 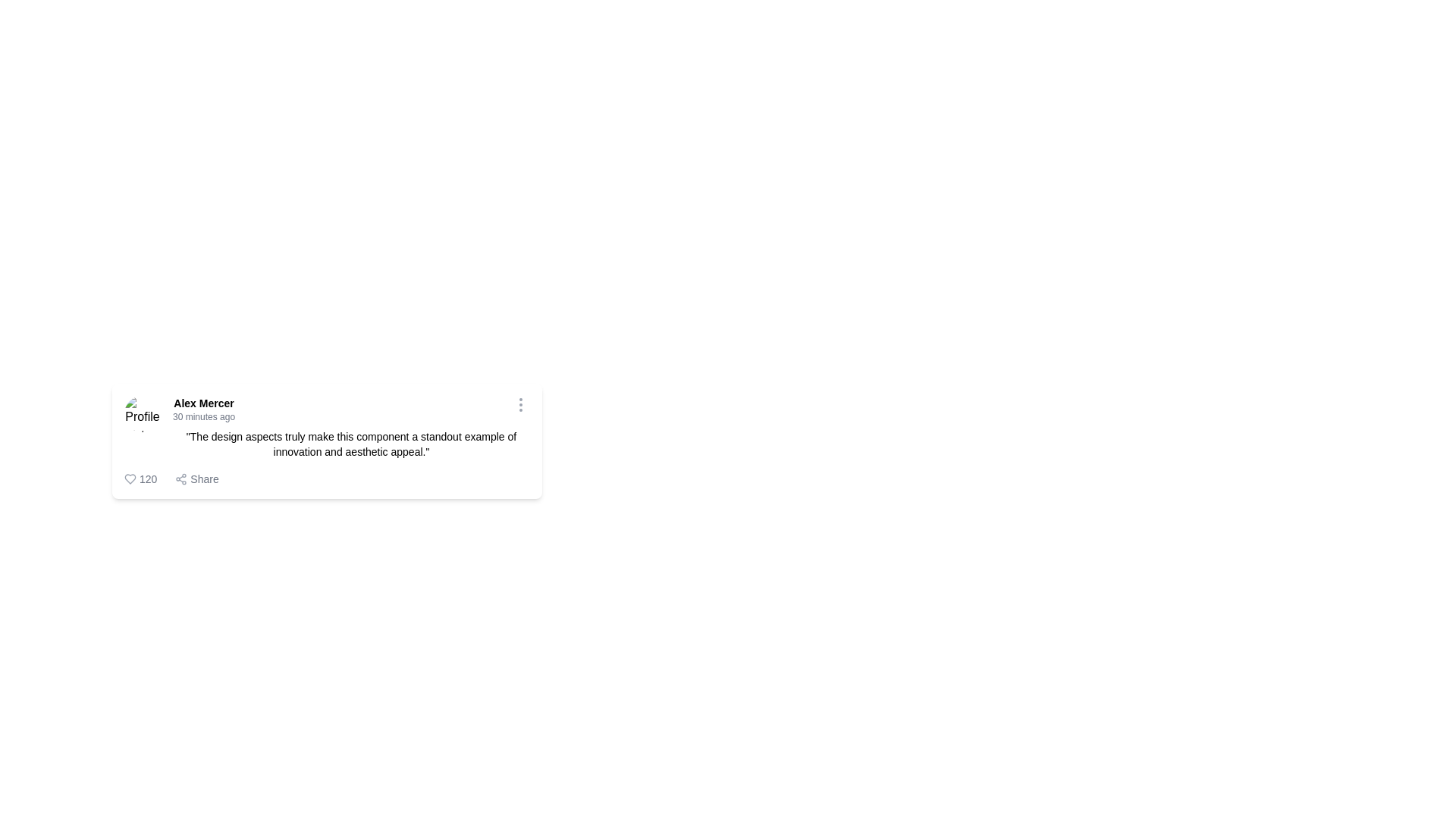 What do you see at coordinates (202, 409) in the screenshot?
I see `the bold user name 'Alex Mercer'` at bounding box center [202, 409].